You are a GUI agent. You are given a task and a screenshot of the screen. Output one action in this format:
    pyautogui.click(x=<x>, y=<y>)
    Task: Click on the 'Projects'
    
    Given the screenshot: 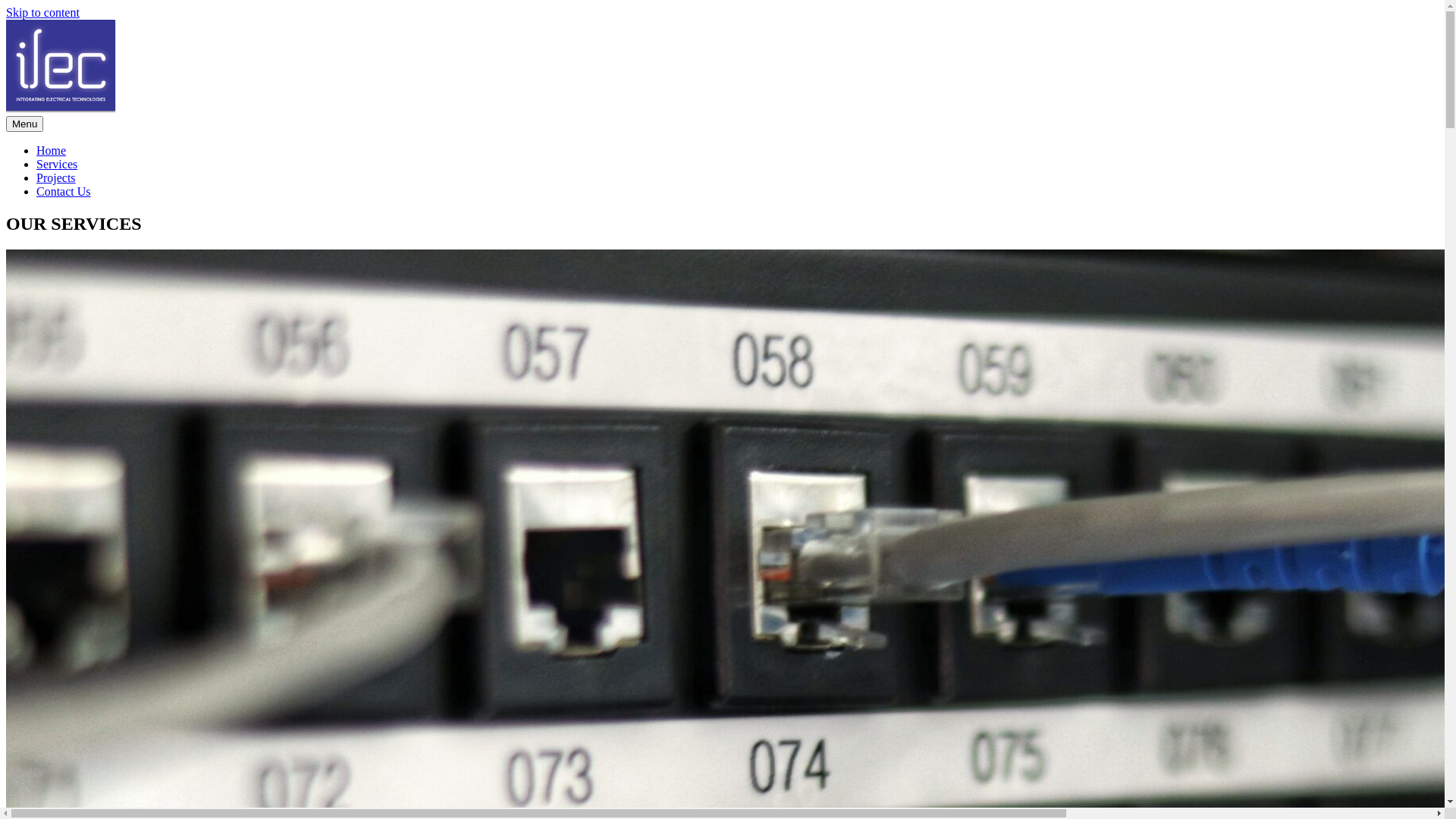 What is the action you would take?
    pyautogui.click(x=55, y=177)
    